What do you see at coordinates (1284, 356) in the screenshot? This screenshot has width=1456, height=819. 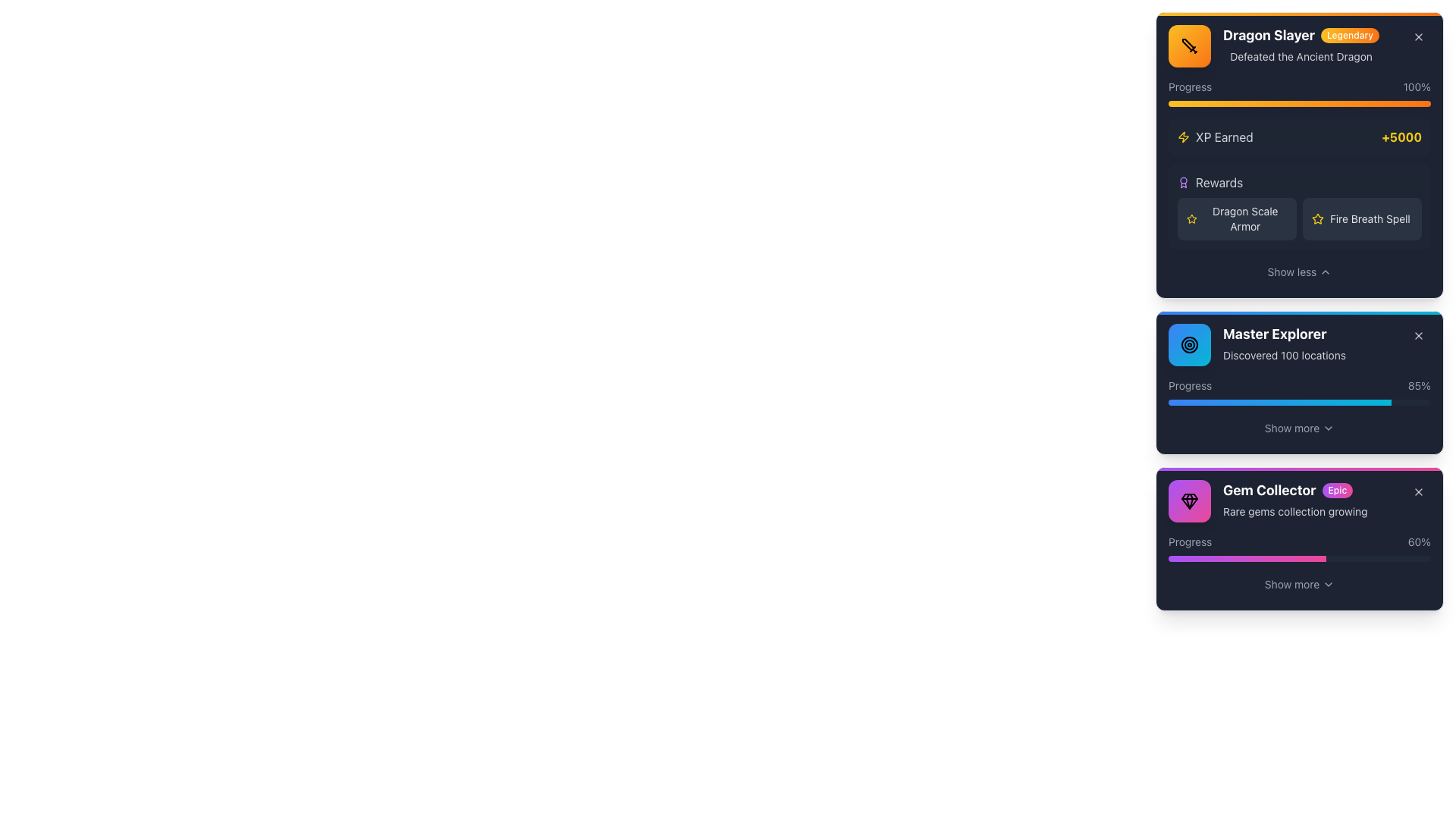 I see `the Informational text label located beneath the title 'Master Explorer' and above the progress bar in the achievement card` at bounding box center [1284, 356].